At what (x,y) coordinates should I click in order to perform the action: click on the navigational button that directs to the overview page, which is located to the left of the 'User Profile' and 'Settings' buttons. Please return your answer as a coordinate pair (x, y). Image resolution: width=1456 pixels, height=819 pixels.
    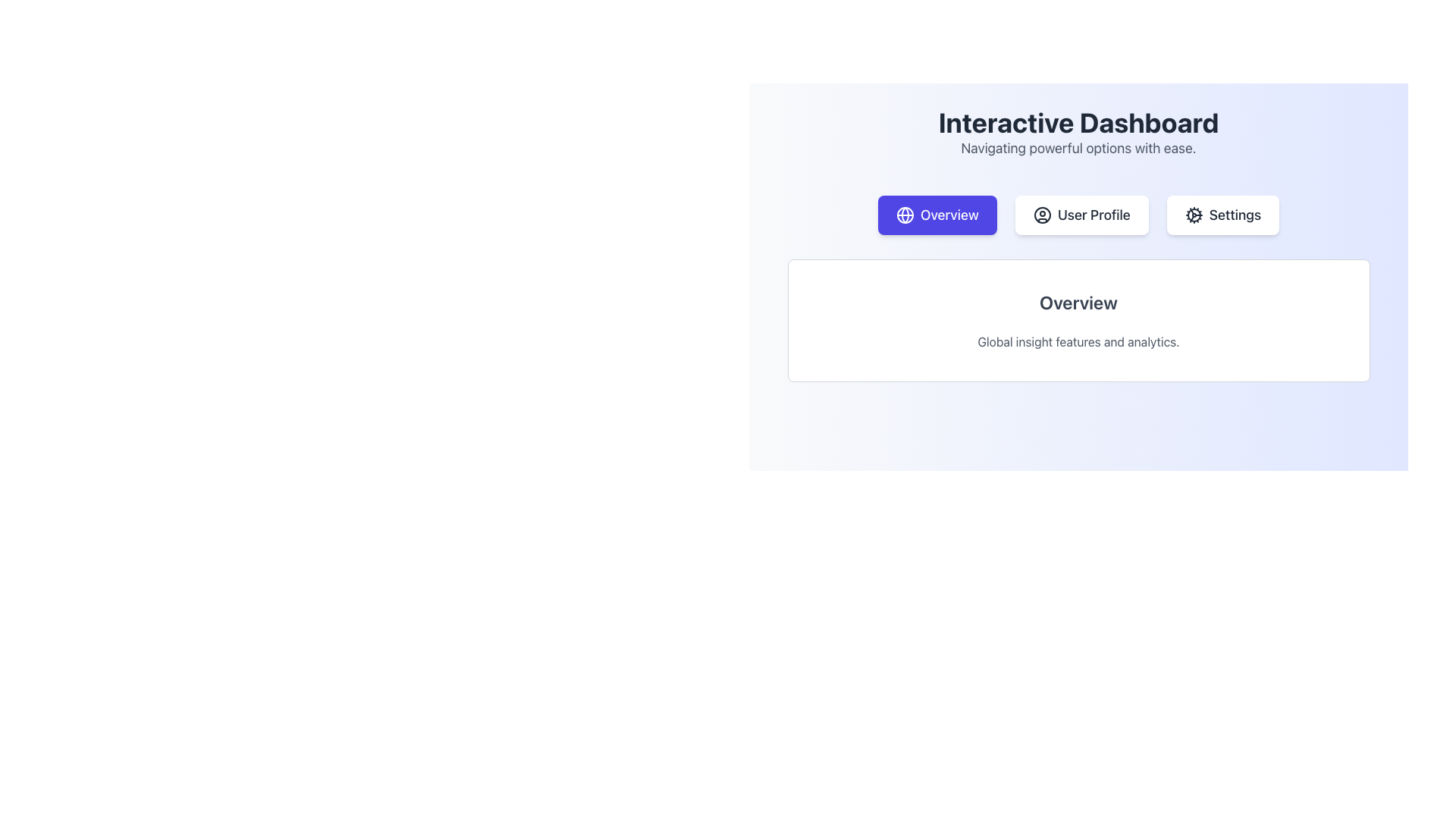
    Looking at the image, I should click on (937, 215).